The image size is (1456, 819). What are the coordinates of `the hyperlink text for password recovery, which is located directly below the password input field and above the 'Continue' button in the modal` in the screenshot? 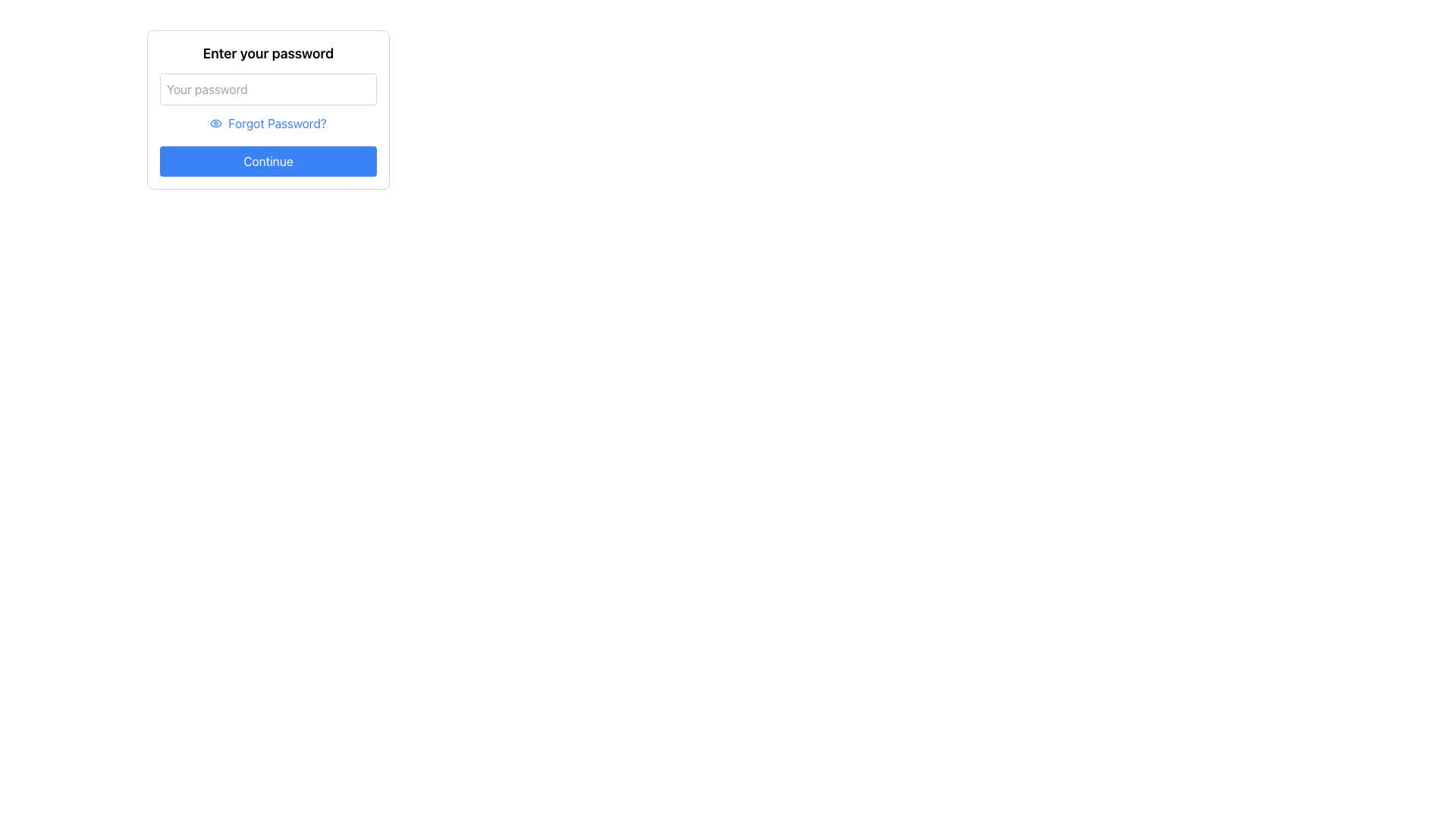 It's located at (268, 122).